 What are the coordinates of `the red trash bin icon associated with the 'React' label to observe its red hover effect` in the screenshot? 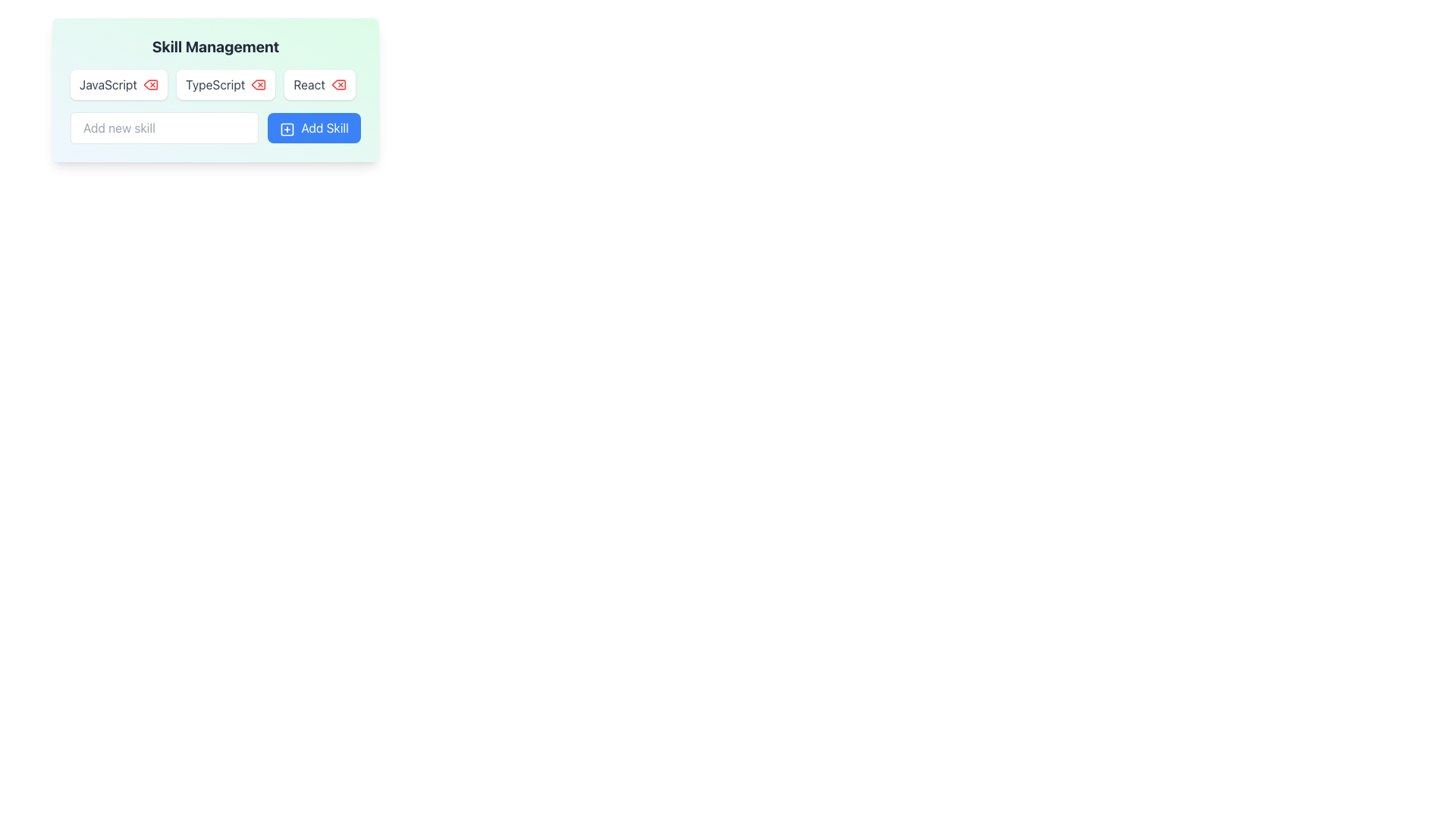 It's located at (337, 84).